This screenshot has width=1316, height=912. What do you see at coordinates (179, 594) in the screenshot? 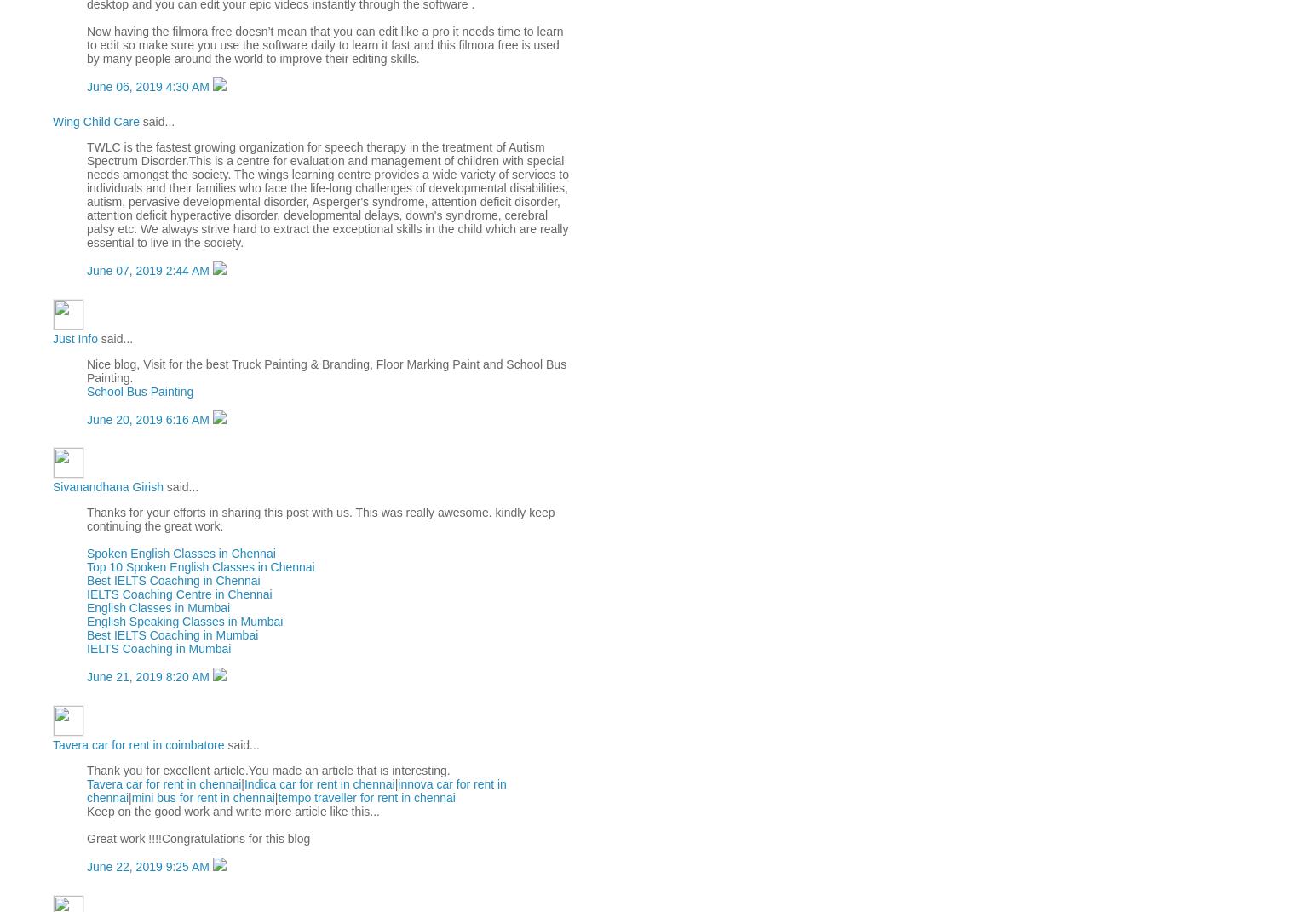
I see `'IELTS Coaching Centre in Chennai'` at bounding box center [179, 594].